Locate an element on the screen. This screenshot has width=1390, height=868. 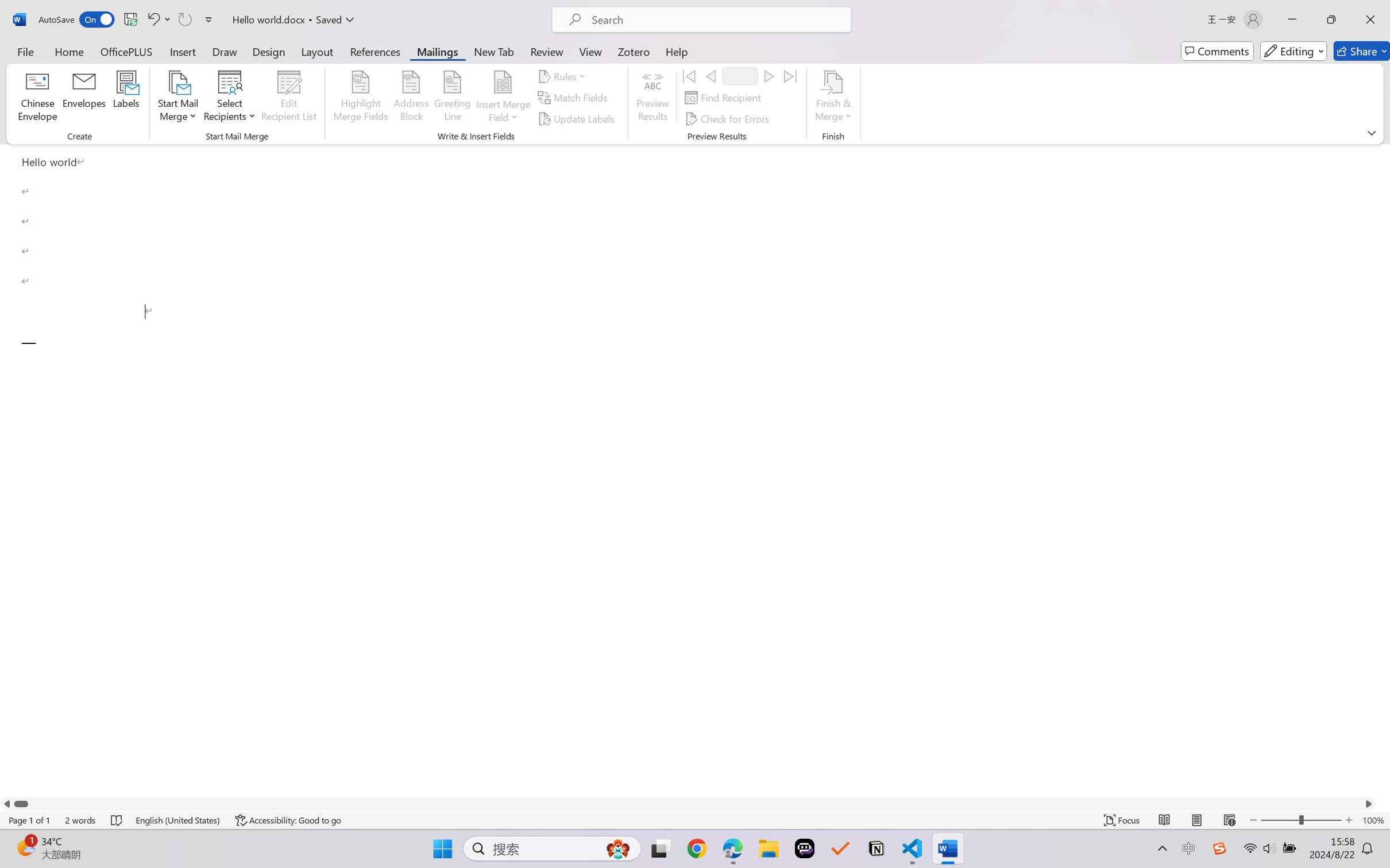
'Start Mail Merge' is located at coordinates (177, 98).